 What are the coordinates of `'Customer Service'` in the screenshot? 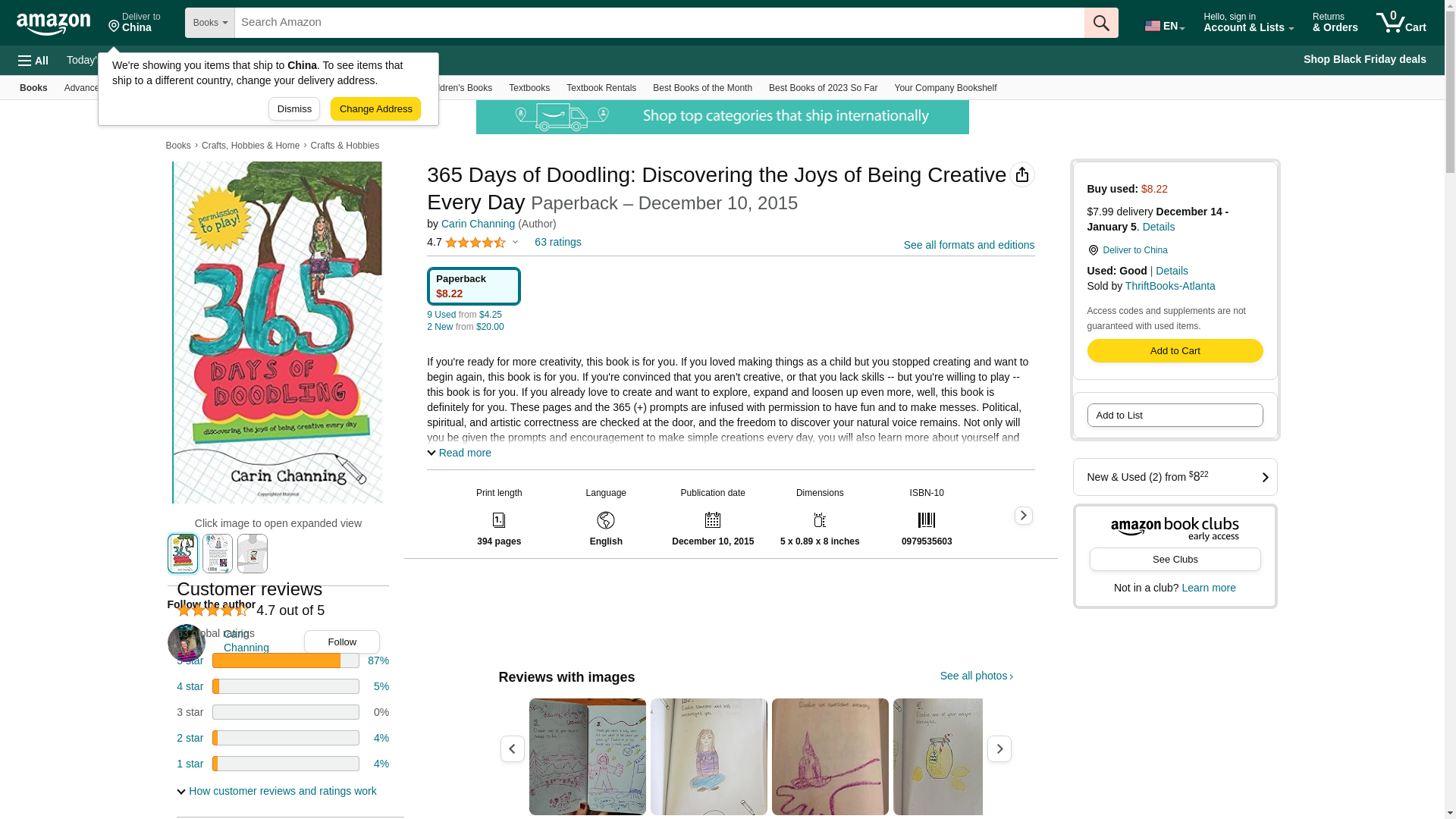 It's located at (249, 58).